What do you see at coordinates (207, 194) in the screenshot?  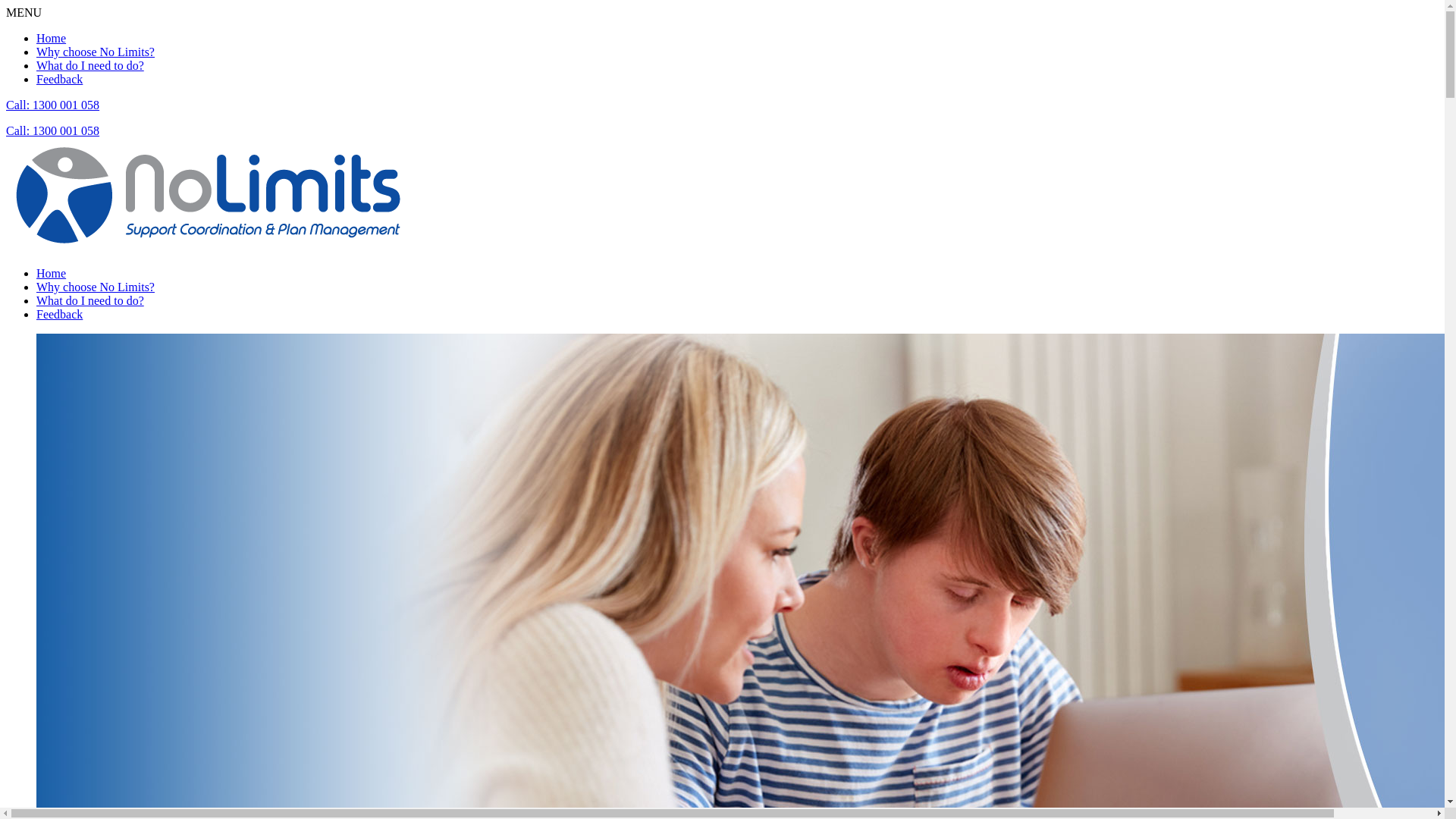 I see `'Push Productions'` at bounding box center [207, 194].